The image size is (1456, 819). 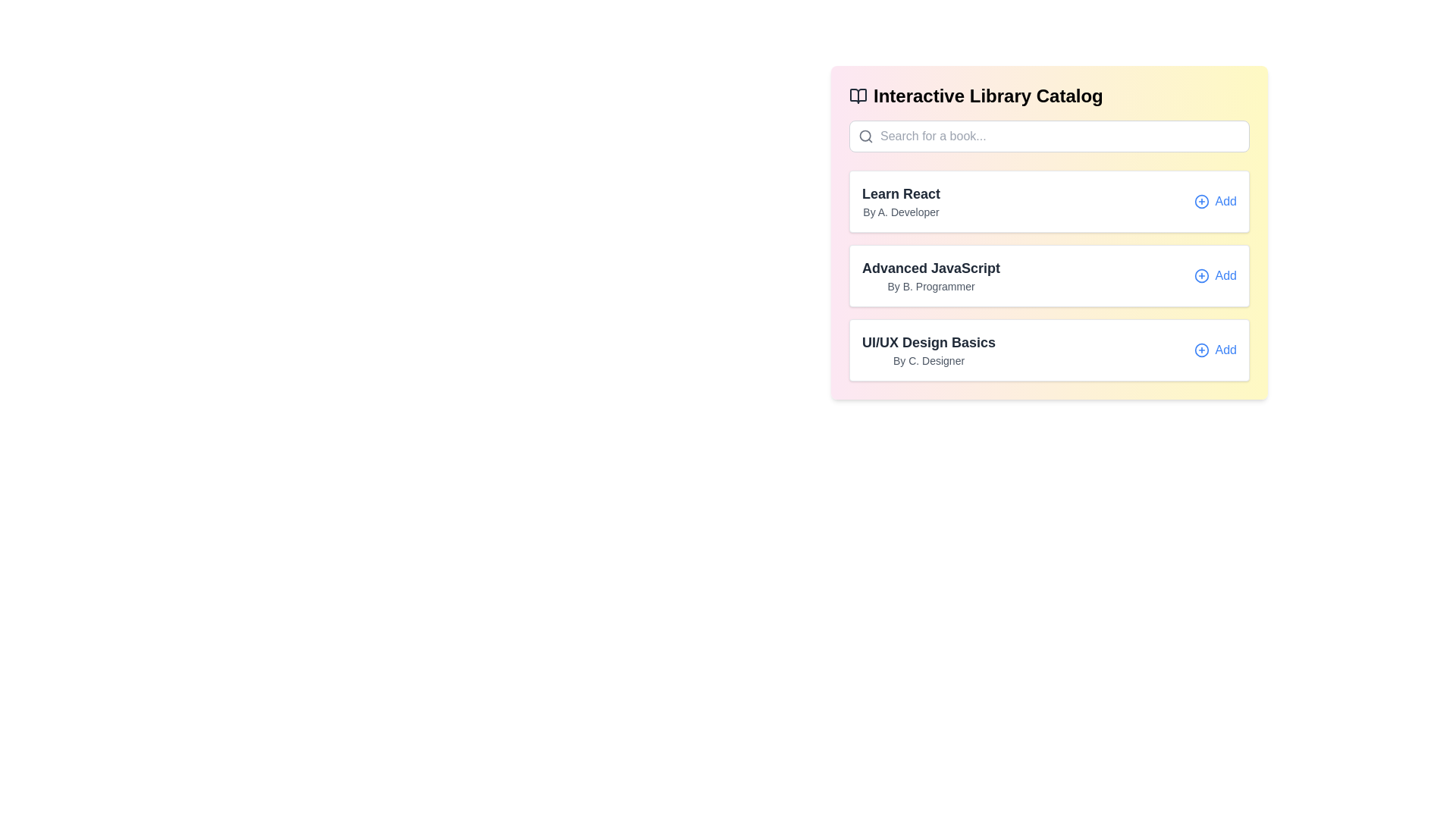 I want to click on the Text Label that serves as the title for the first item in the catalog, located above the text 'By A. Developer', so click(x=901, y=193).